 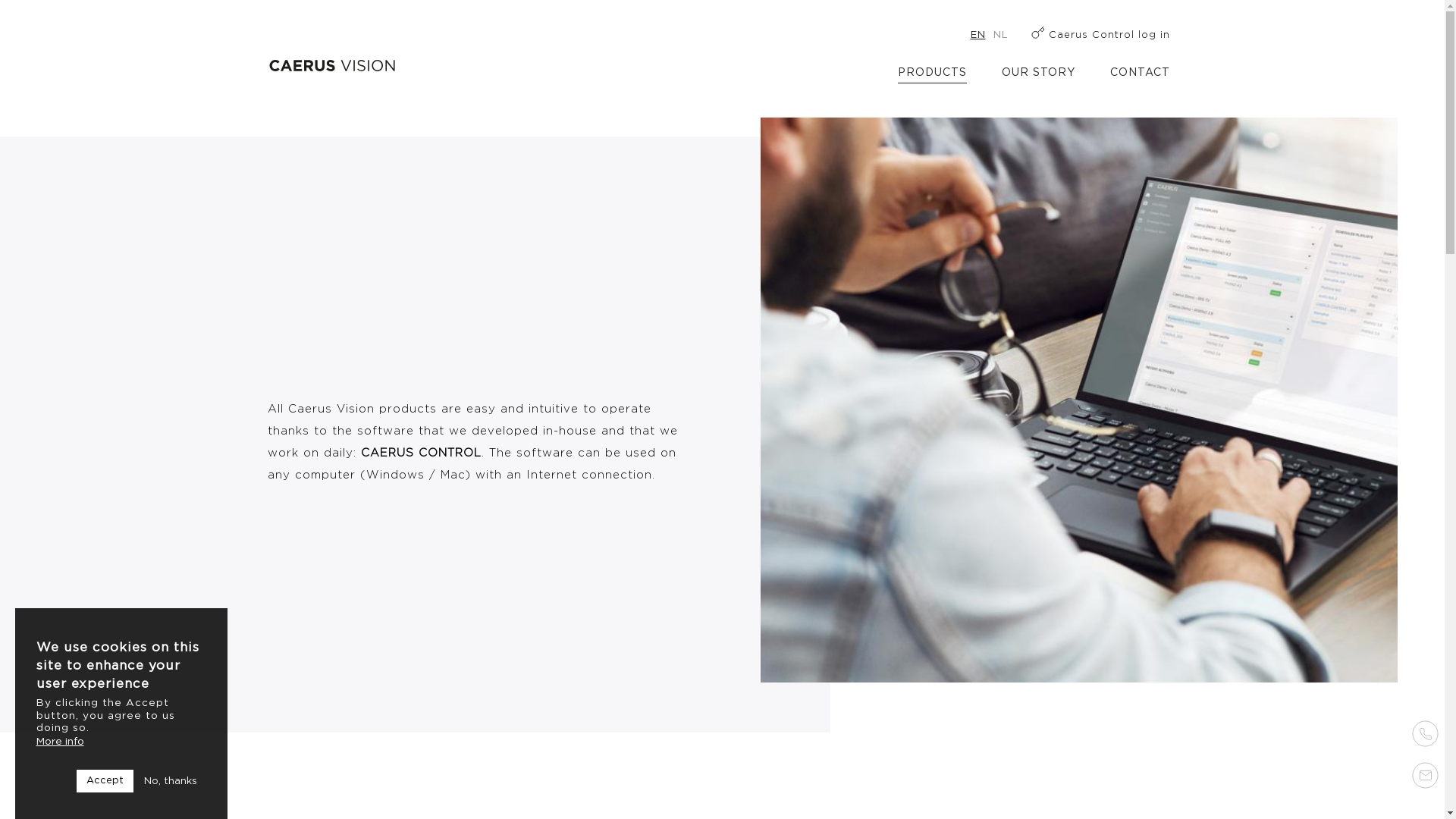 I want to click on 'Caerus Control log in', so click(x=1031, y=34).